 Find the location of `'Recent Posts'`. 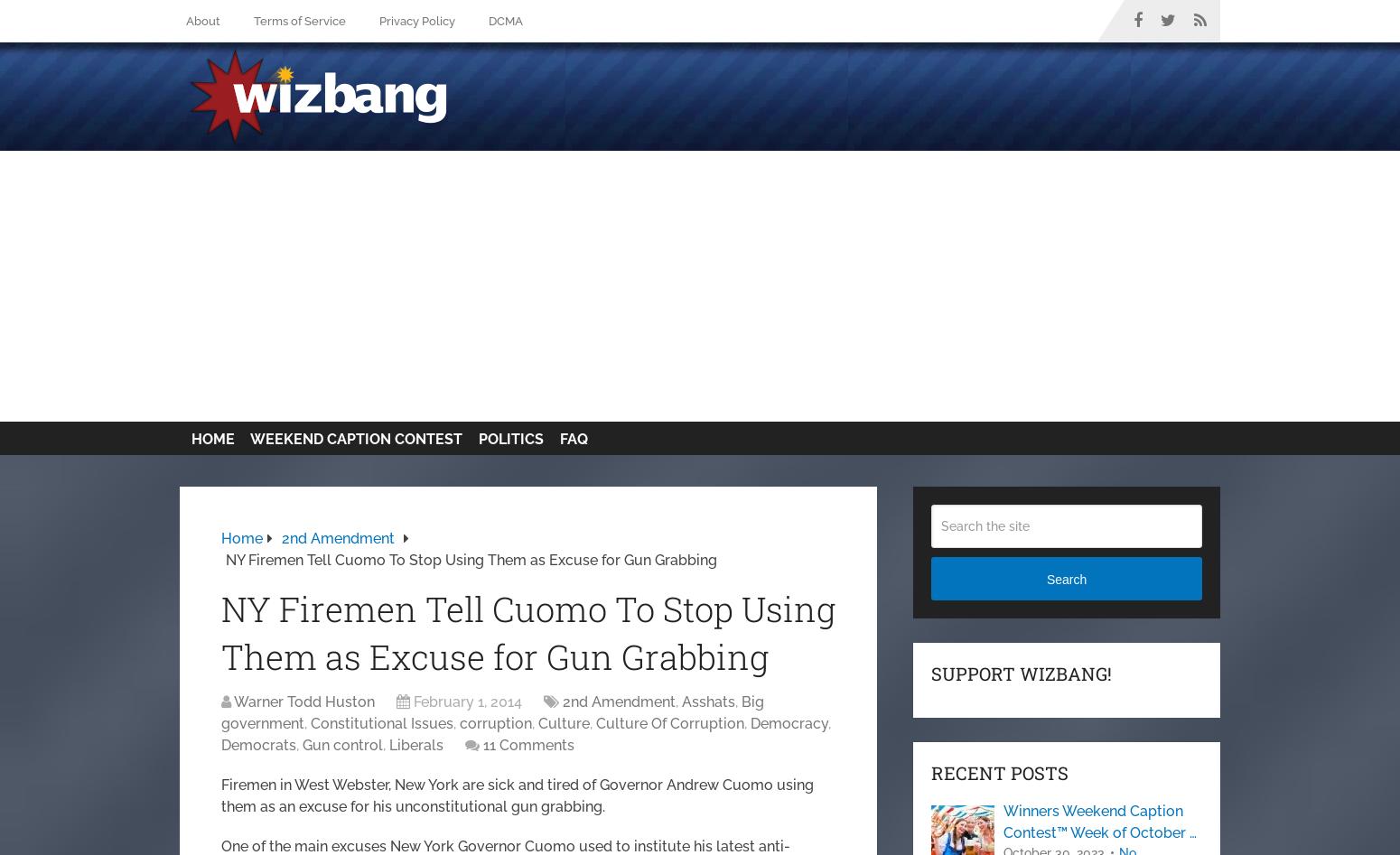

'Recent Posts' is located at coordinates (999, 771).